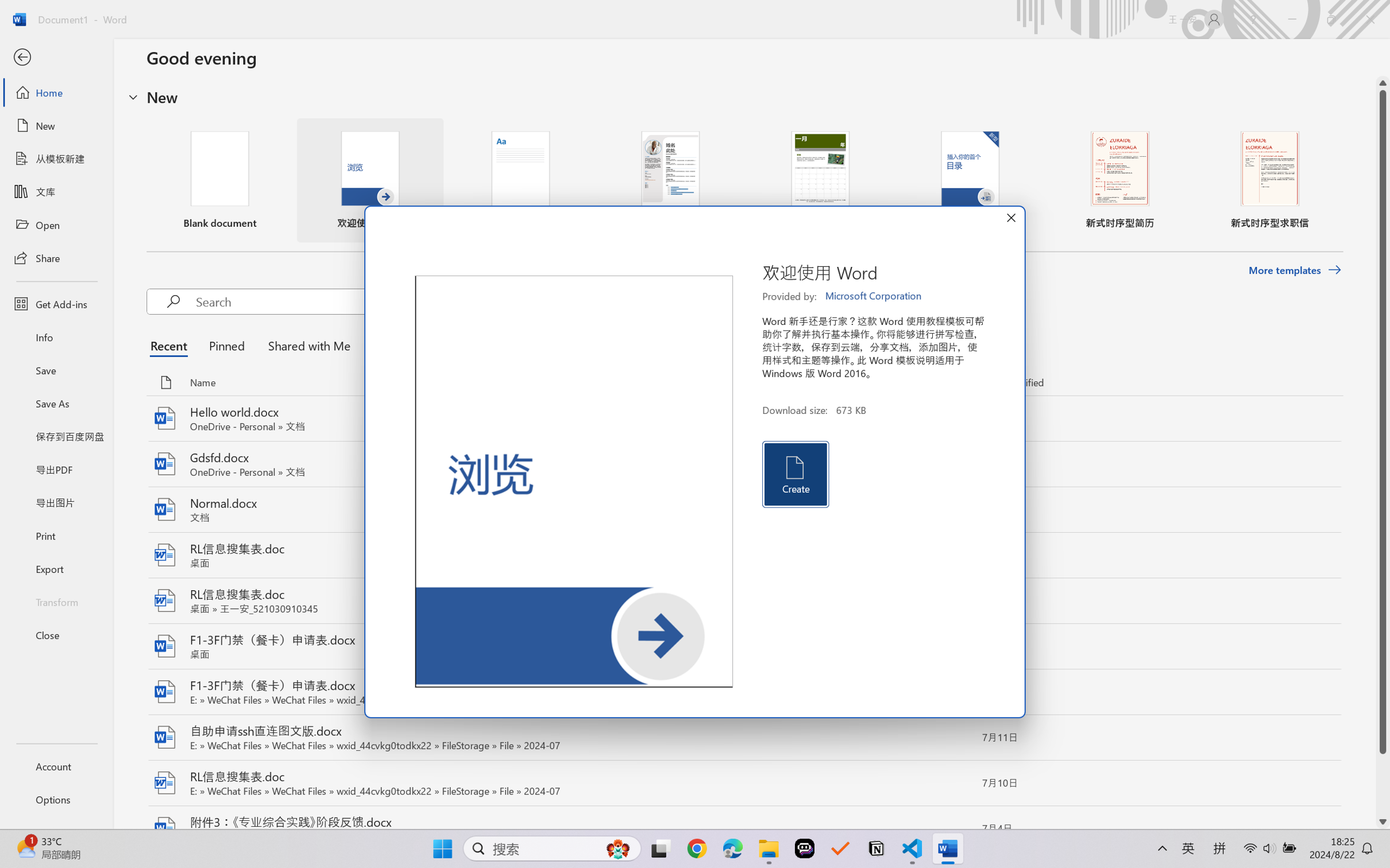  Describe the element at coordinates (171, 345) in the screenshot. I see `'Recent'` at that location.